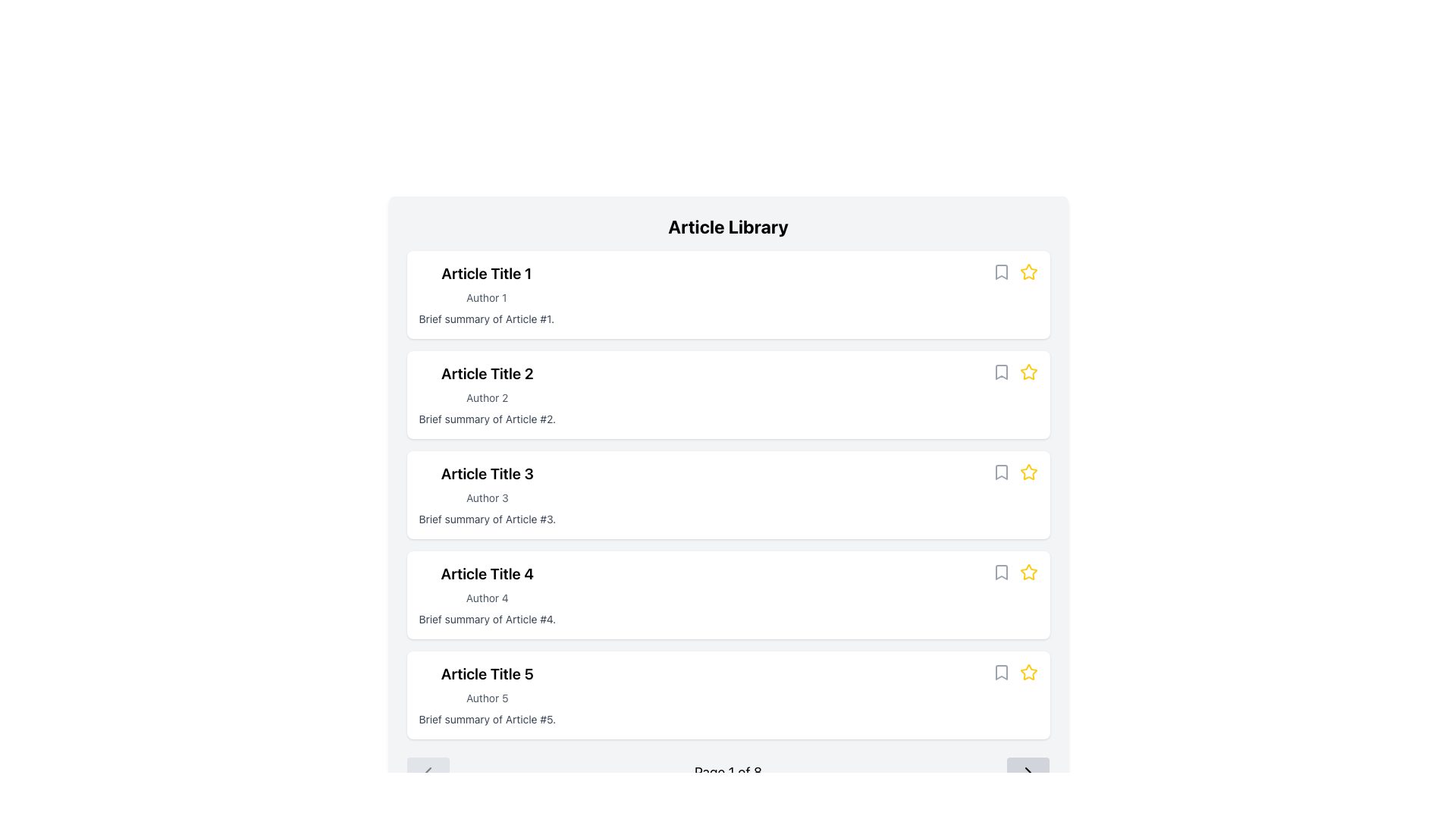 Image resolution: width=1456 pixels, height=819 pixels. What do you see at coordinates (1001, 573) in the screenshot?
I see `the bookmark icon located to the right of 'Article Title 4', adjacent to the star icon` at bounding box center [1001, 573].